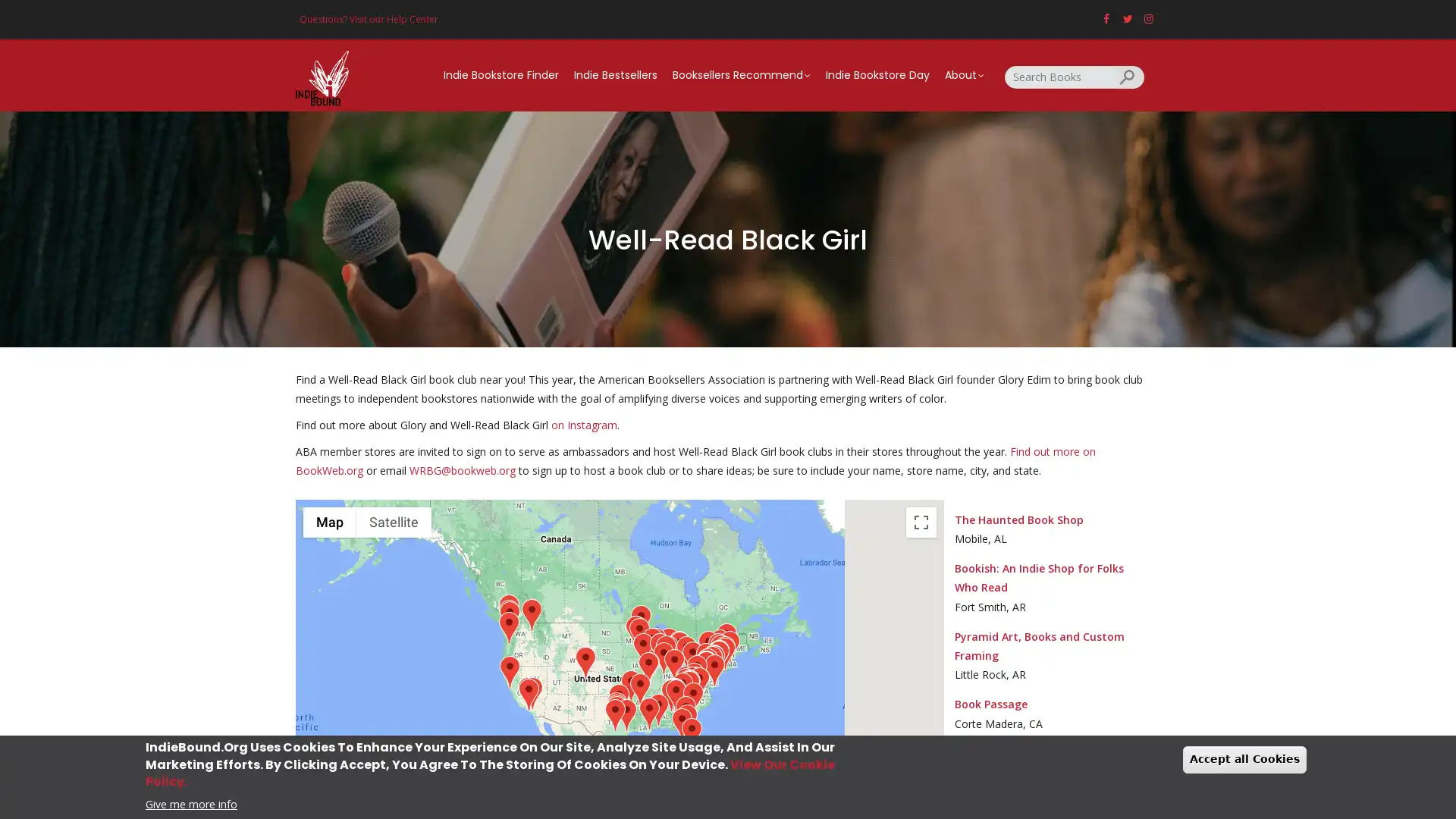 The height and width of the screenshot is (819, 1456). Describe the element at coordinates (667, 650) in the screenshot. I see `Fables Books` at that location.